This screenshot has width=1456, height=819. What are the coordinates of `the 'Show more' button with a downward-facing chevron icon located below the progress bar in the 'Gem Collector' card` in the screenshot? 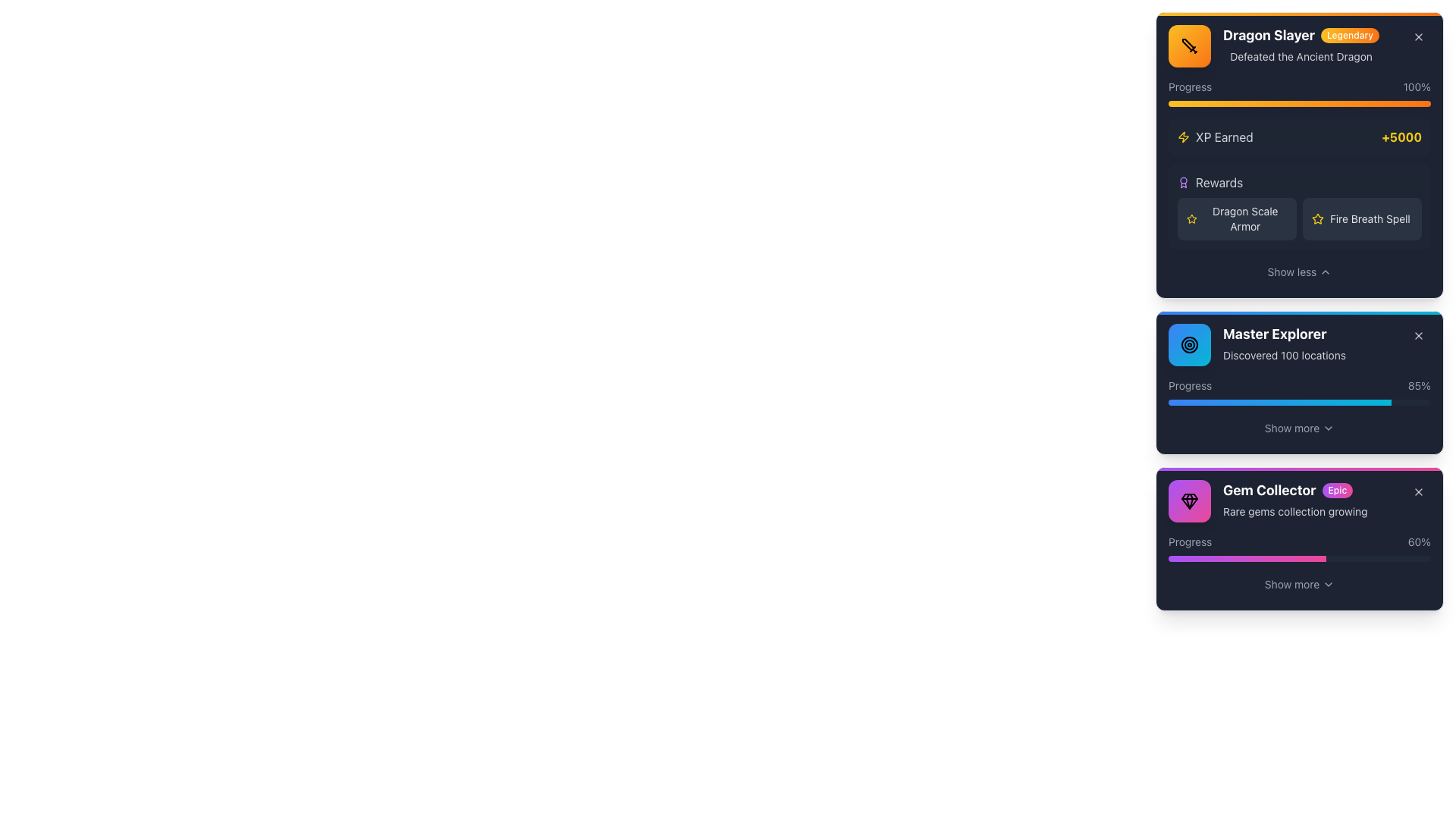 It's located at (1298, 584).